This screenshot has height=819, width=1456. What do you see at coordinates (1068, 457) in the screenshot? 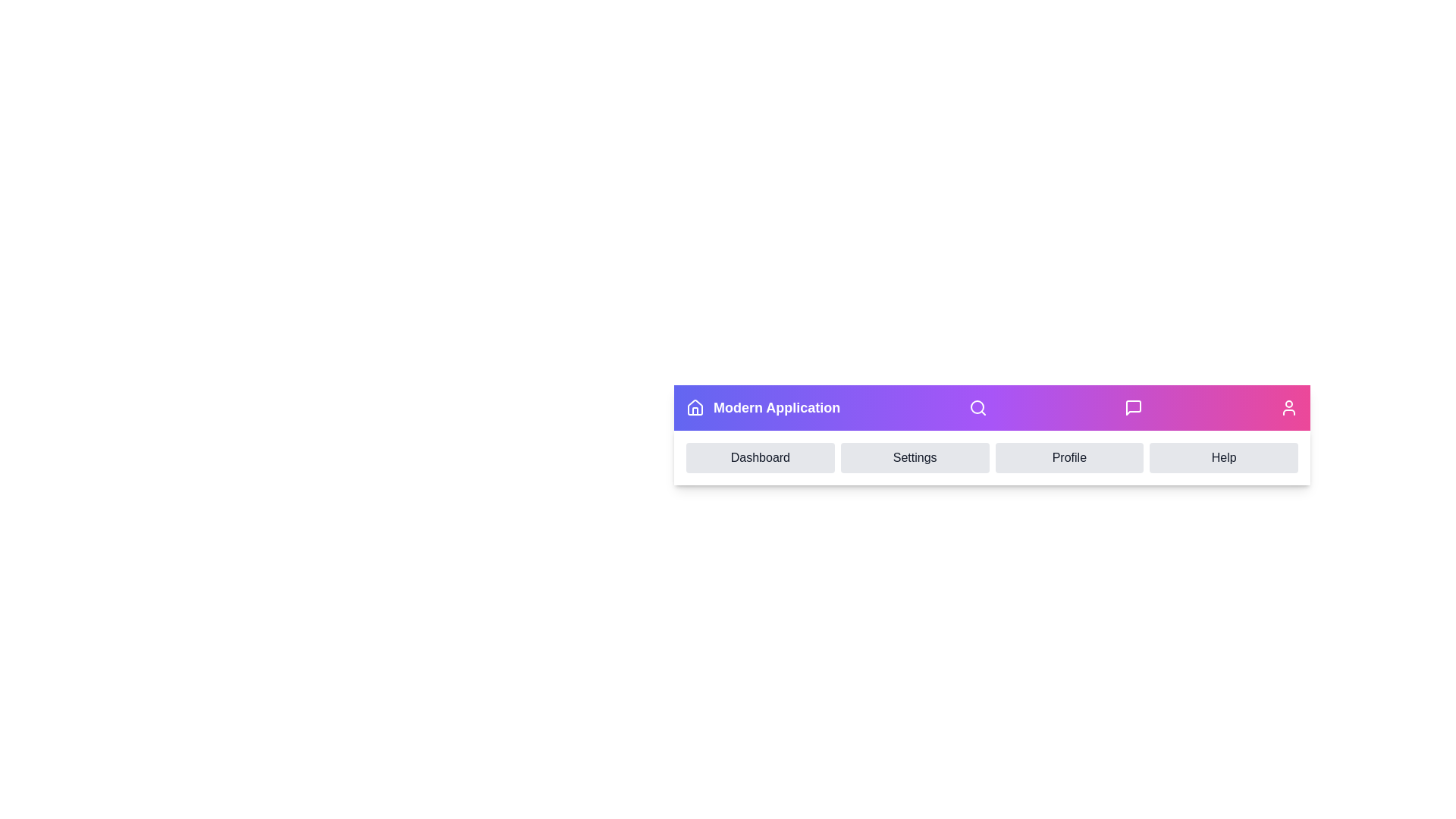
I see `the text element Profile to select it` at bounding box center [1068, 457].